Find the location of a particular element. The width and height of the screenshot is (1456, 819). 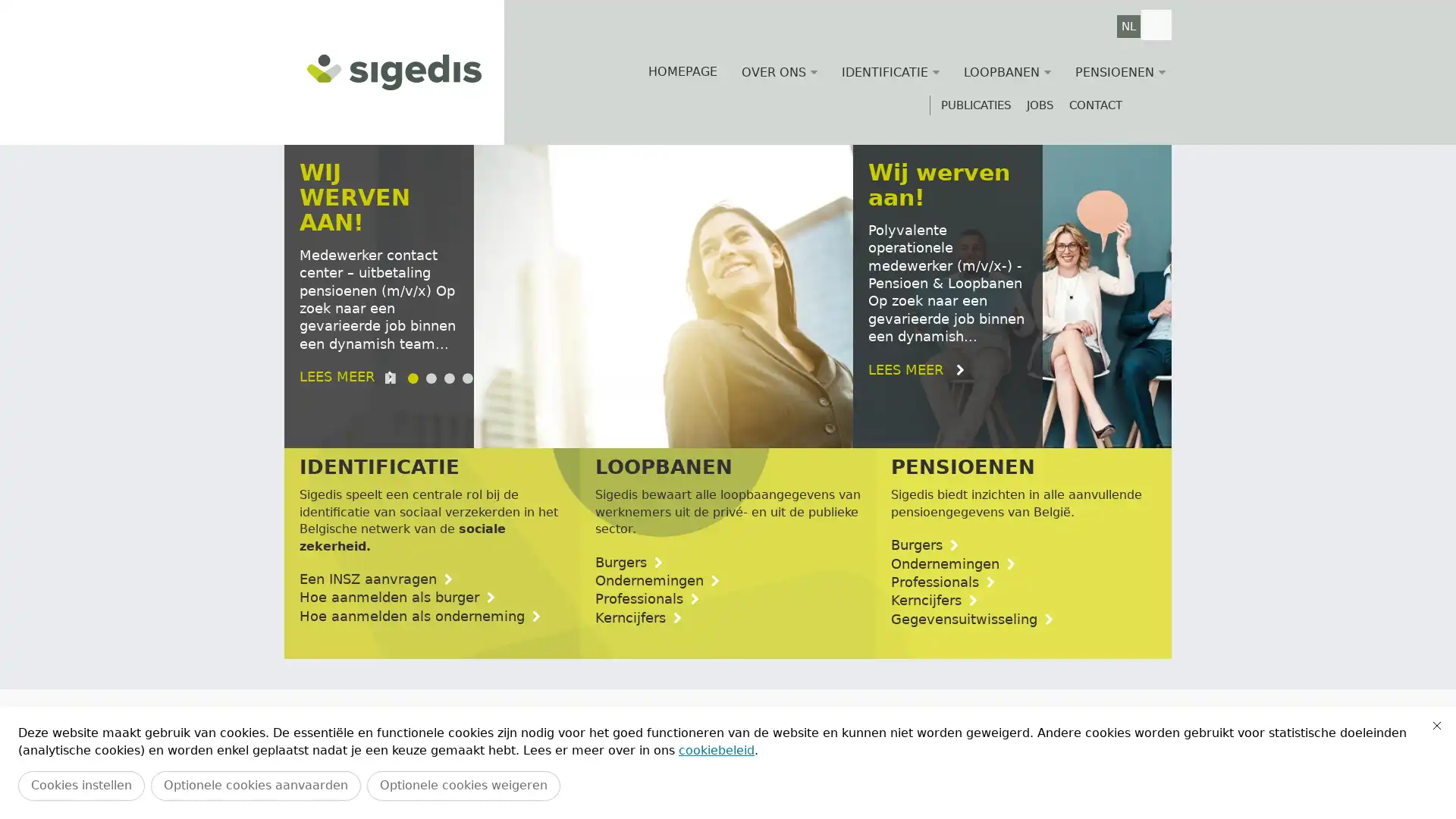

Cookies instellen is located at coordinates (80, 785).